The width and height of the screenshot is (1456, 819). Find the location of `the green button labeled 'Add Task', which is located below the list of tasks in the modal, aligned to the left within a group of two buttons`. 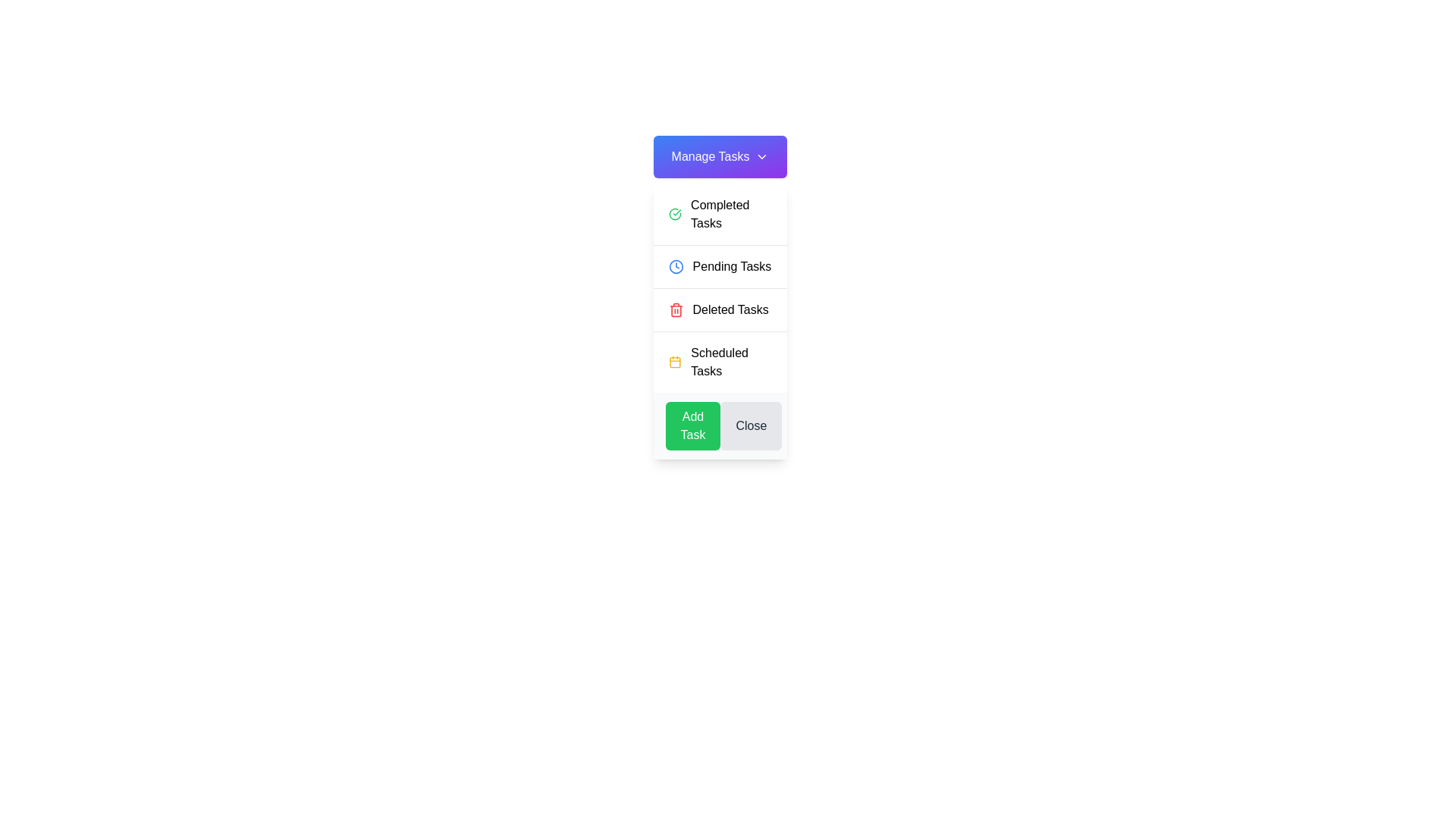

the green button labeled 'Add Task', which is located below the list of tasks in the modal, aligned to the left within a group of two buttons is located at coordinates (692, 426).